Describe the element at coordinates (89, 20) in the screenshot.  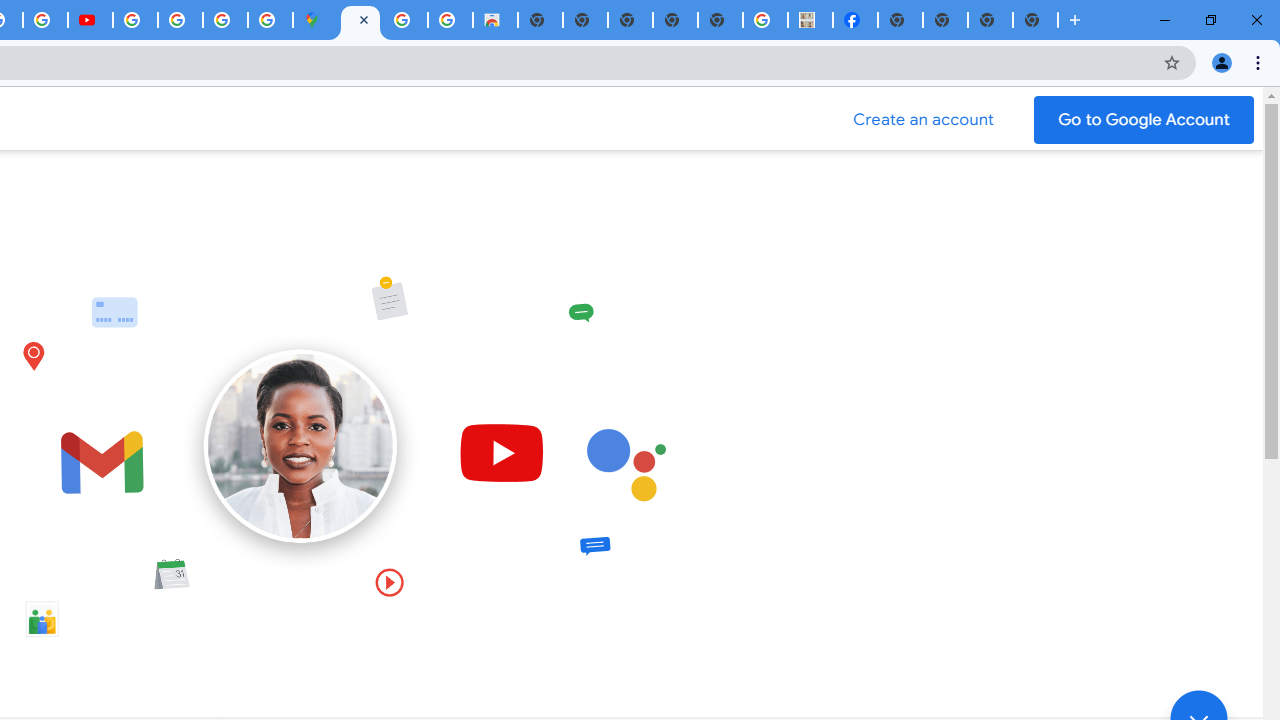
I see `'Subscriptions - YouTube'` at that location.